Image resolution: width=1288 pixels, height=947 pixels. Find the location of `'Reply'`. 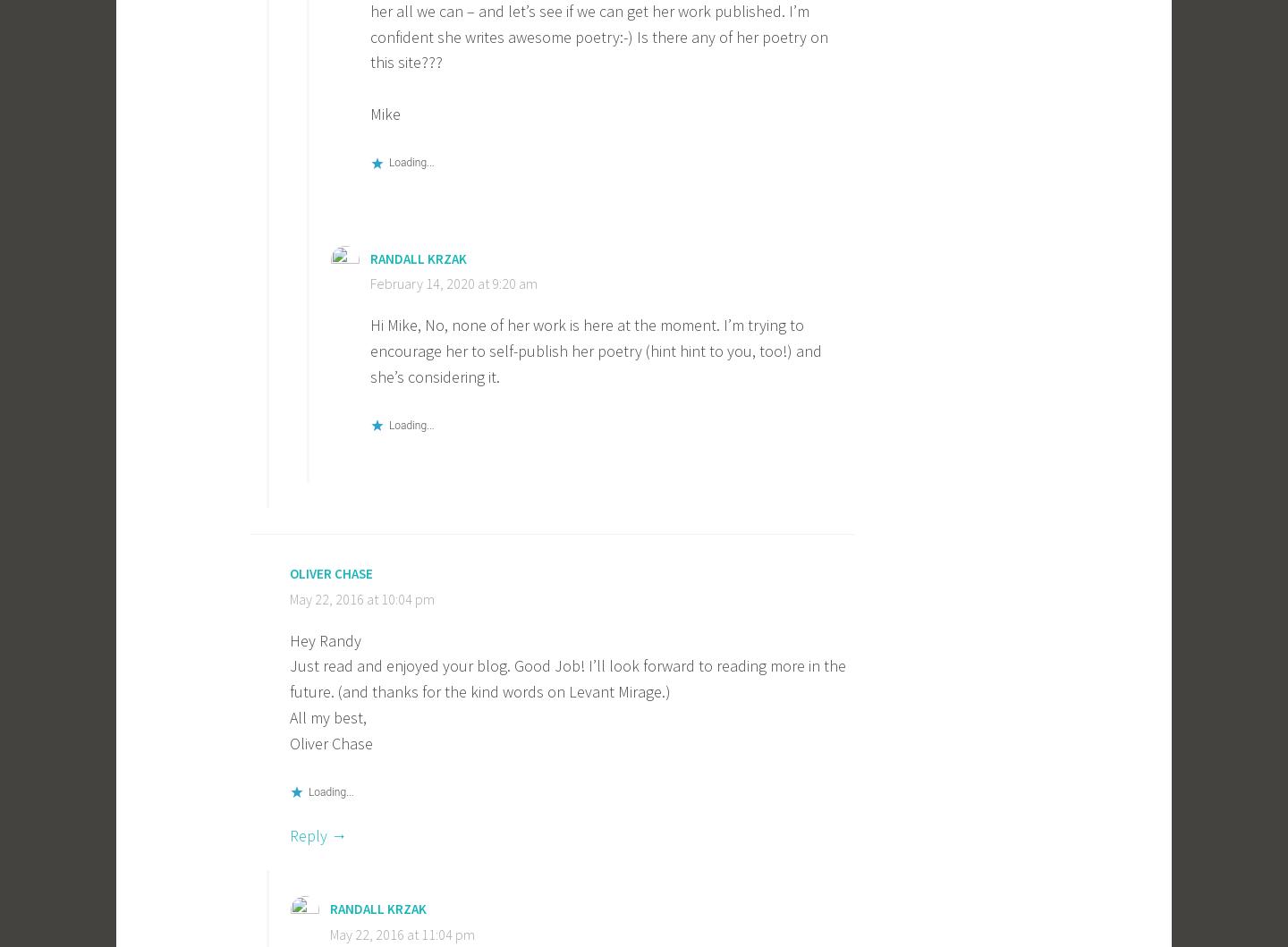

'Reply' is located at coordinates (309, 834).